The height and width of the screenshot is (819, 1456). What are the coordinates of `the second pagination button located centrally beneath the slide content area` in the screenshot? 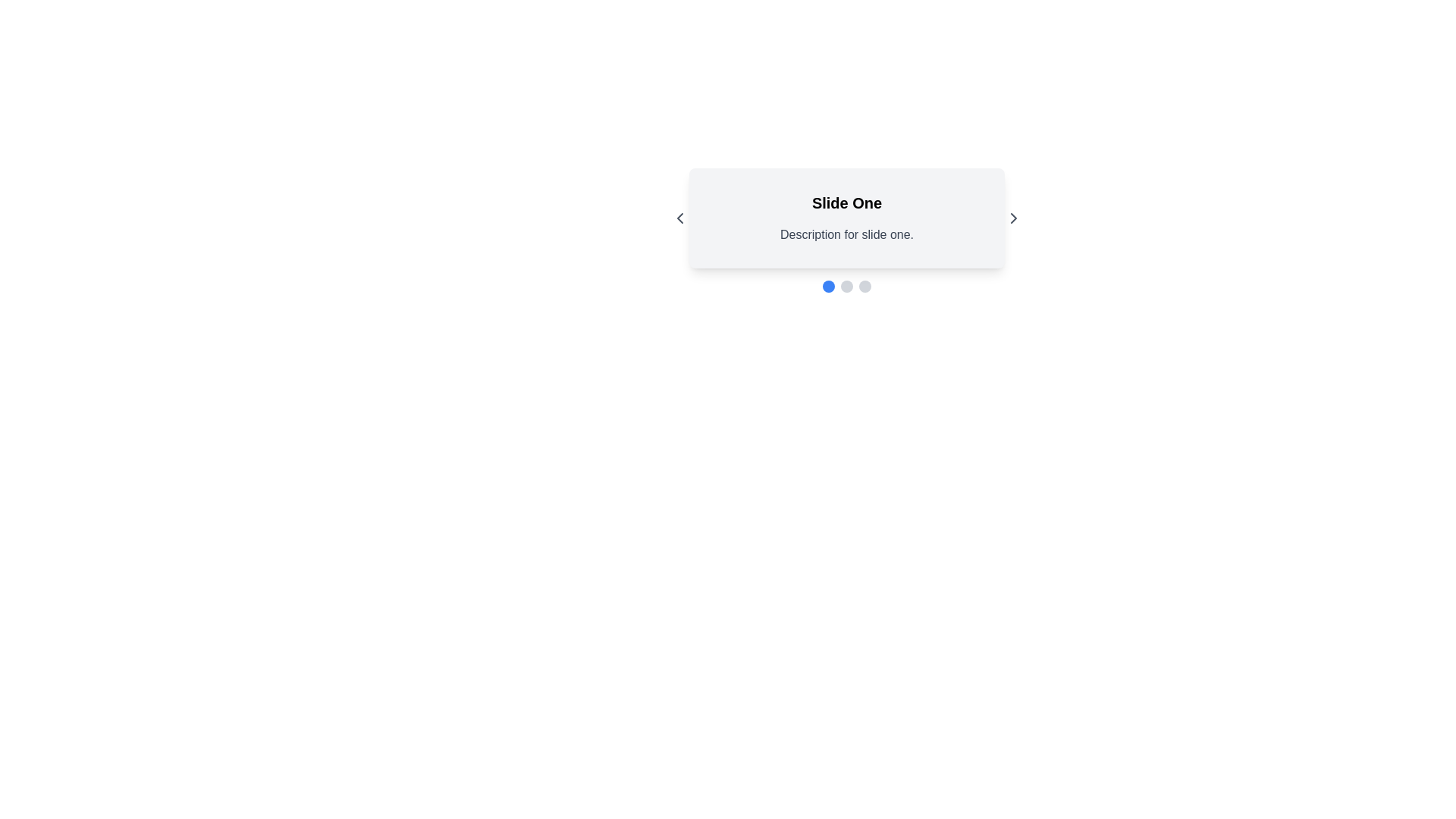 It's located at (846, 287).